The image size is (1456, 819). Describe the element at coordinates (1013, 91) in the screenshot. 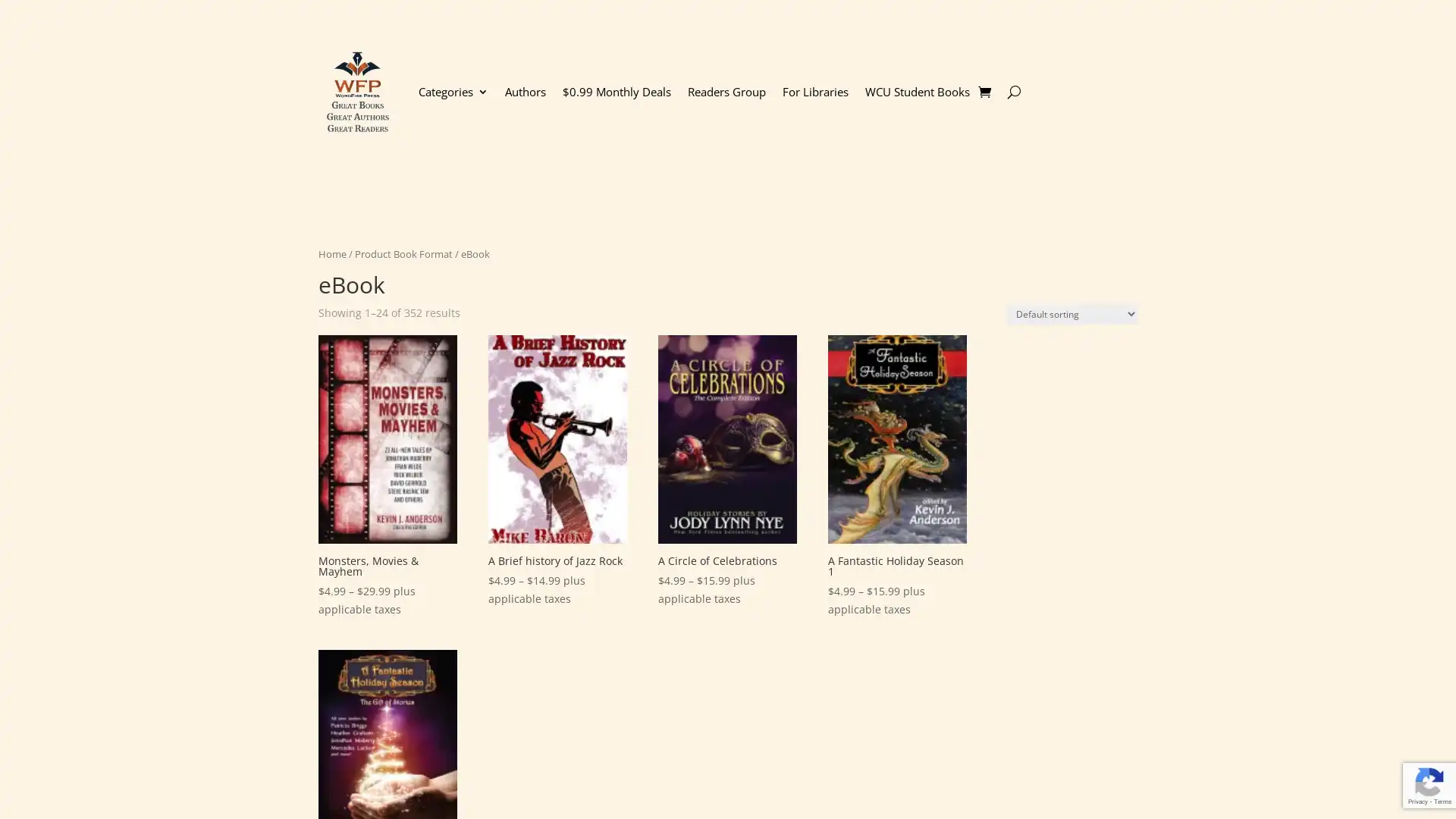

I see `U` at that location.